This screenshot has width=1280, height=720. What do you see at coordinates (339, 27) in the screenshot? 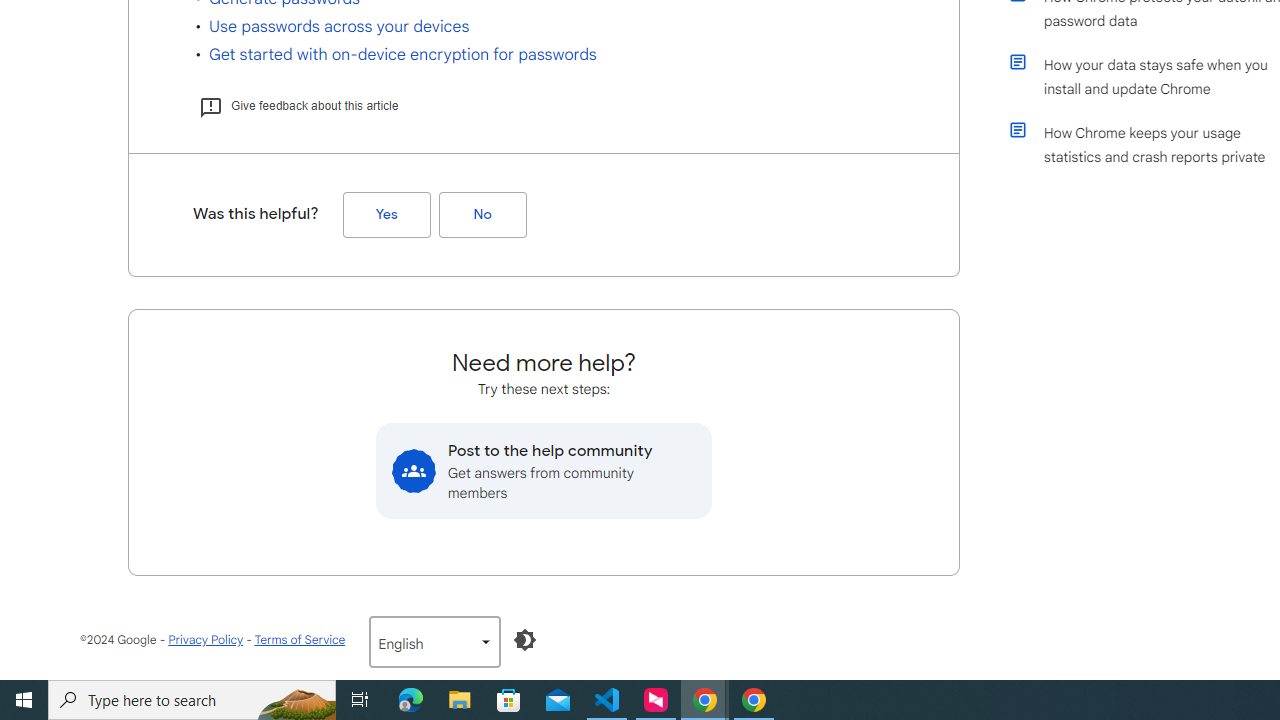
I see `'Use passwords across your devices'` at bounding box center [339, 27].